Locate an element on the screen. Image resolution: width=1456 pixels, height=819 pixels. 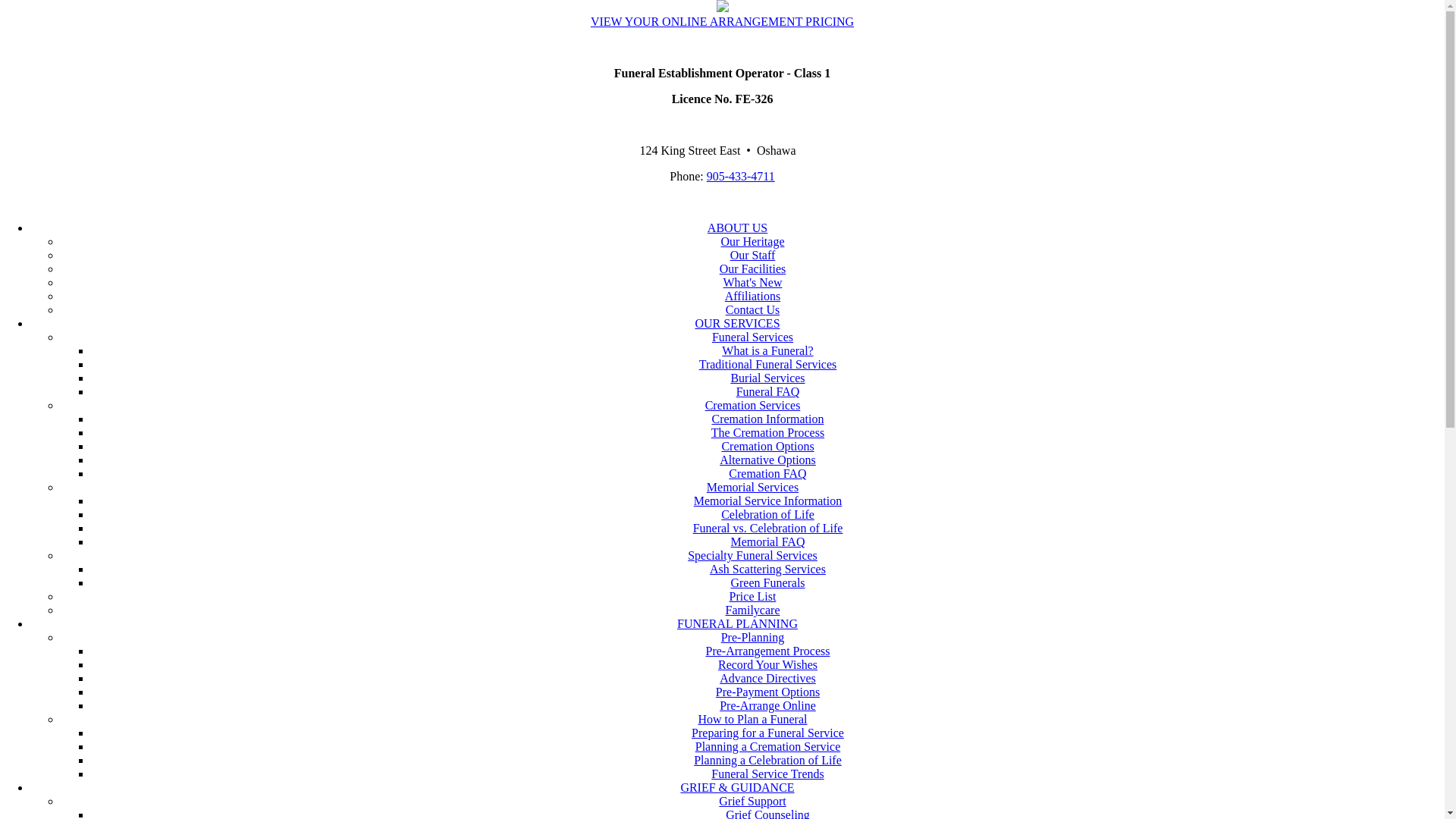
'Advance Directives' is located at coordinates (719, 677).